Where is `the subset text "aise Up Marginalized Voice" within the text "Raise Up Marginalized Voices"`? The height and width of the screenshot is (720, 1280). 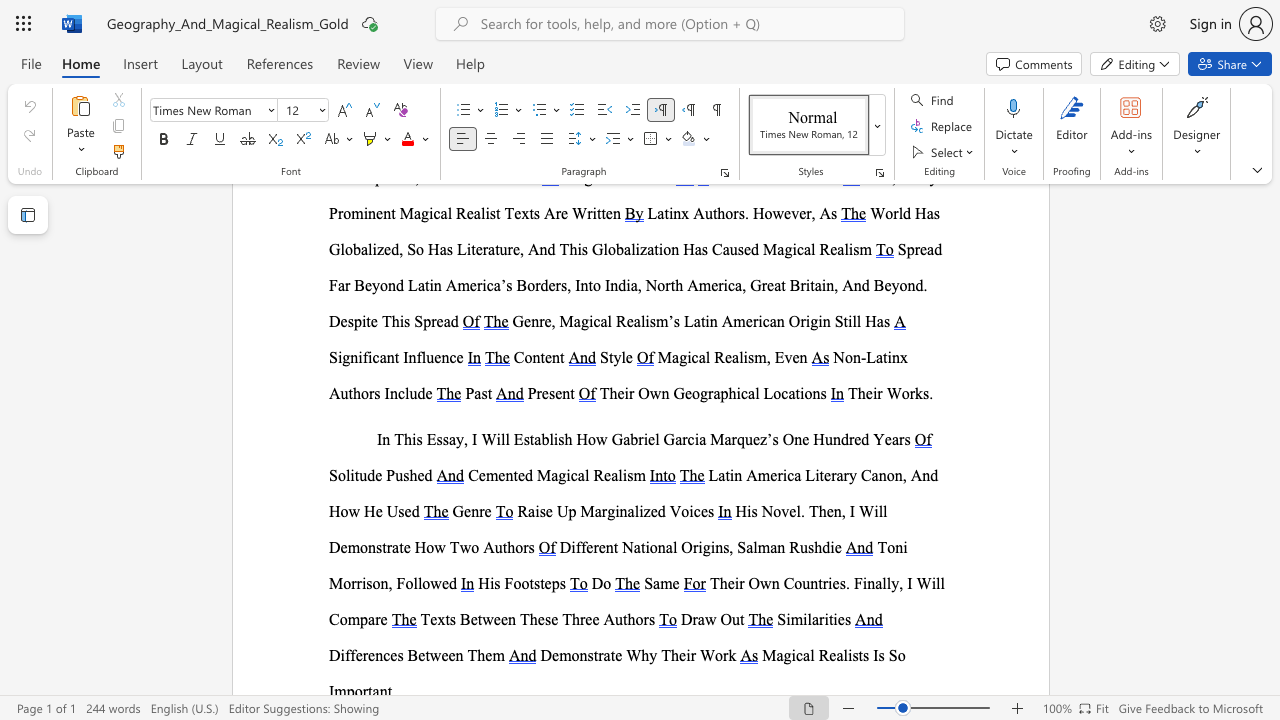
the subset text "aise Up Marginalized Voice" within the text "Raise Up Marginalized Voices" is located at coordinates (528, 510).